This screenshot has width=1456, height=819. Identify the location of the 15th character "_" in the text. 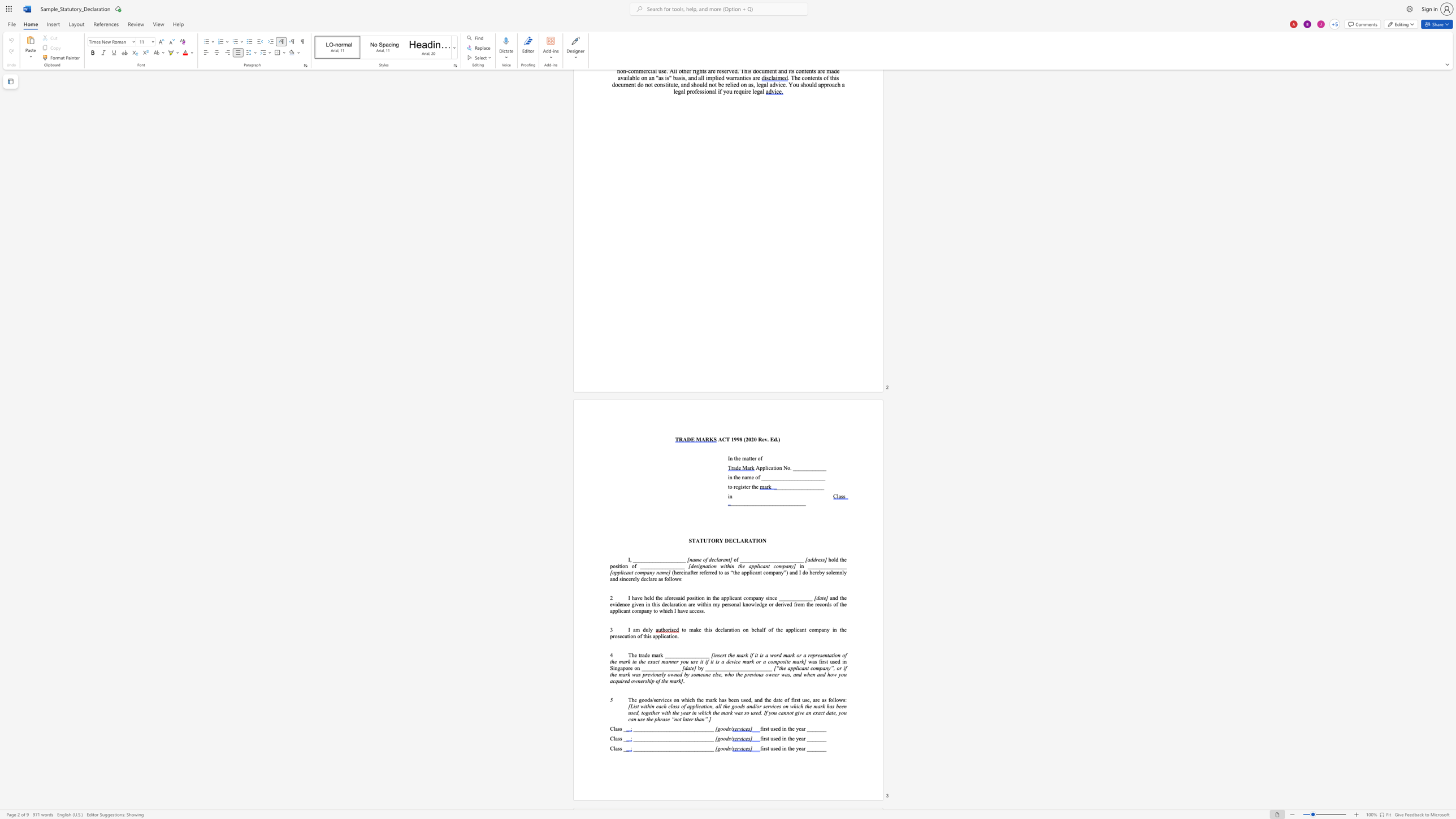
(673, 559).